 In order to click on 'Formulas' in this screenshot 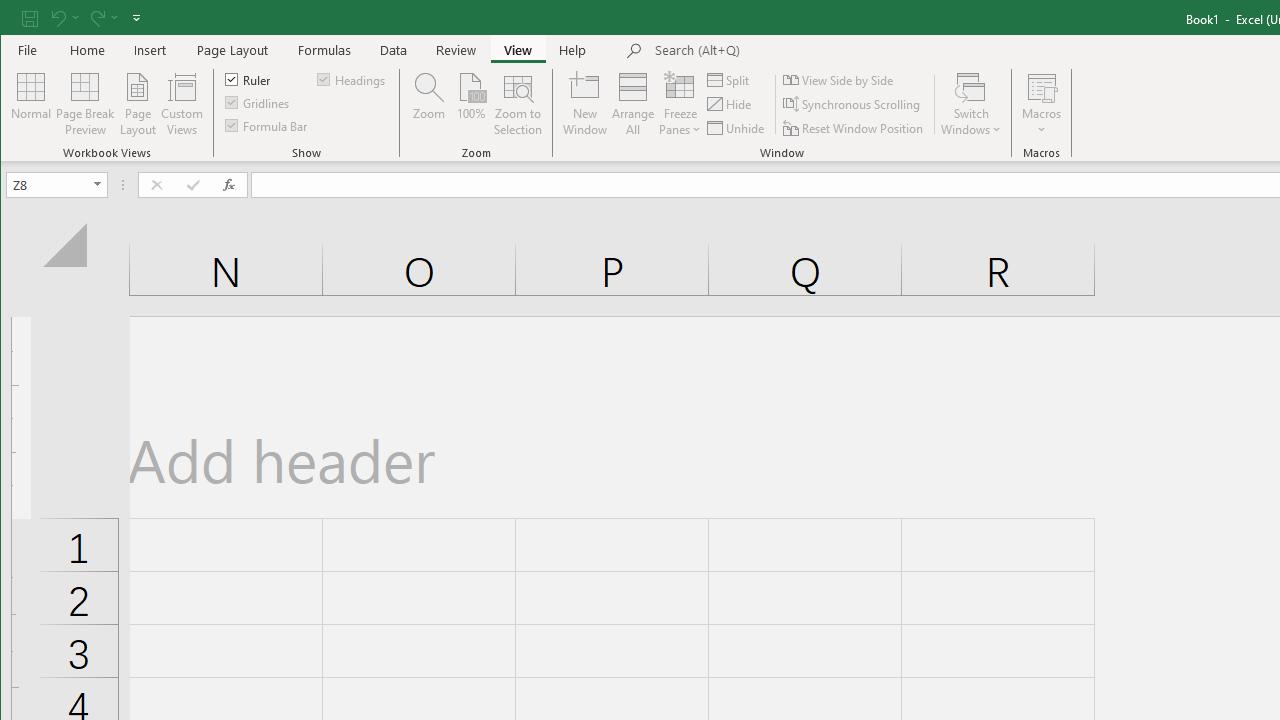, I will do `click(325, 49)`.